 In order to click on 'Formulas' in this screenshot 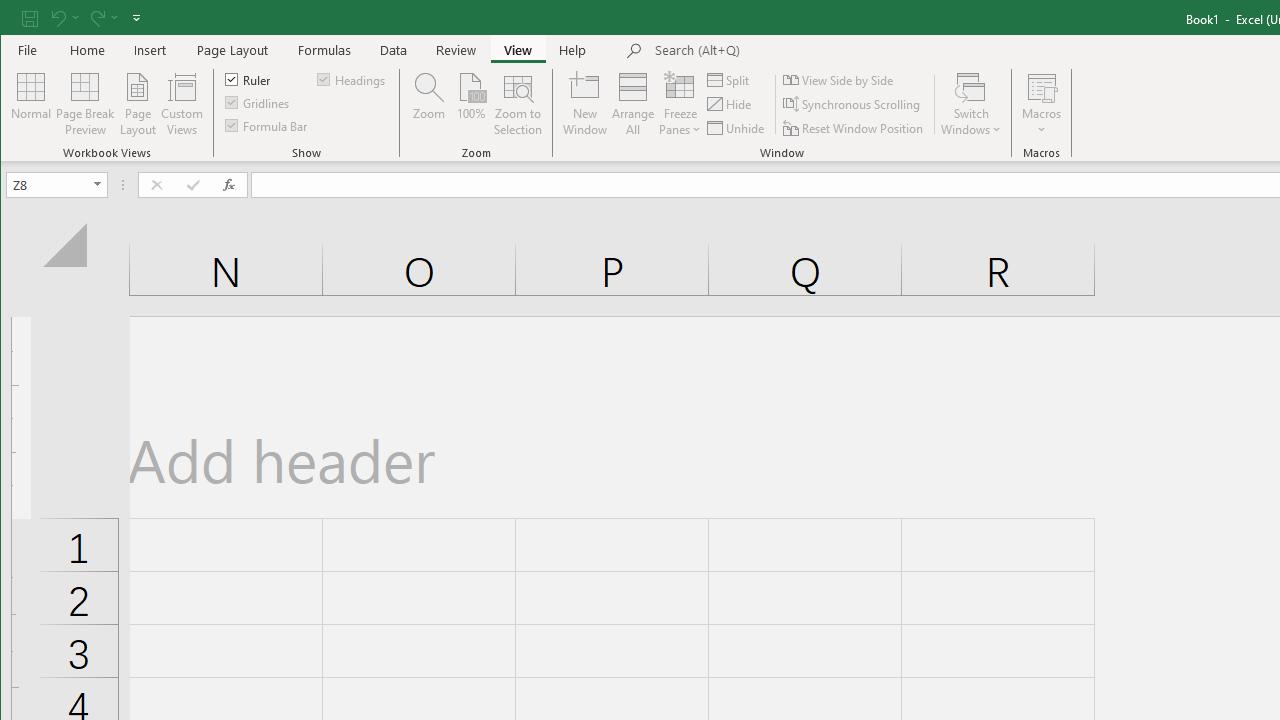, I will do `click(325, 49)`.